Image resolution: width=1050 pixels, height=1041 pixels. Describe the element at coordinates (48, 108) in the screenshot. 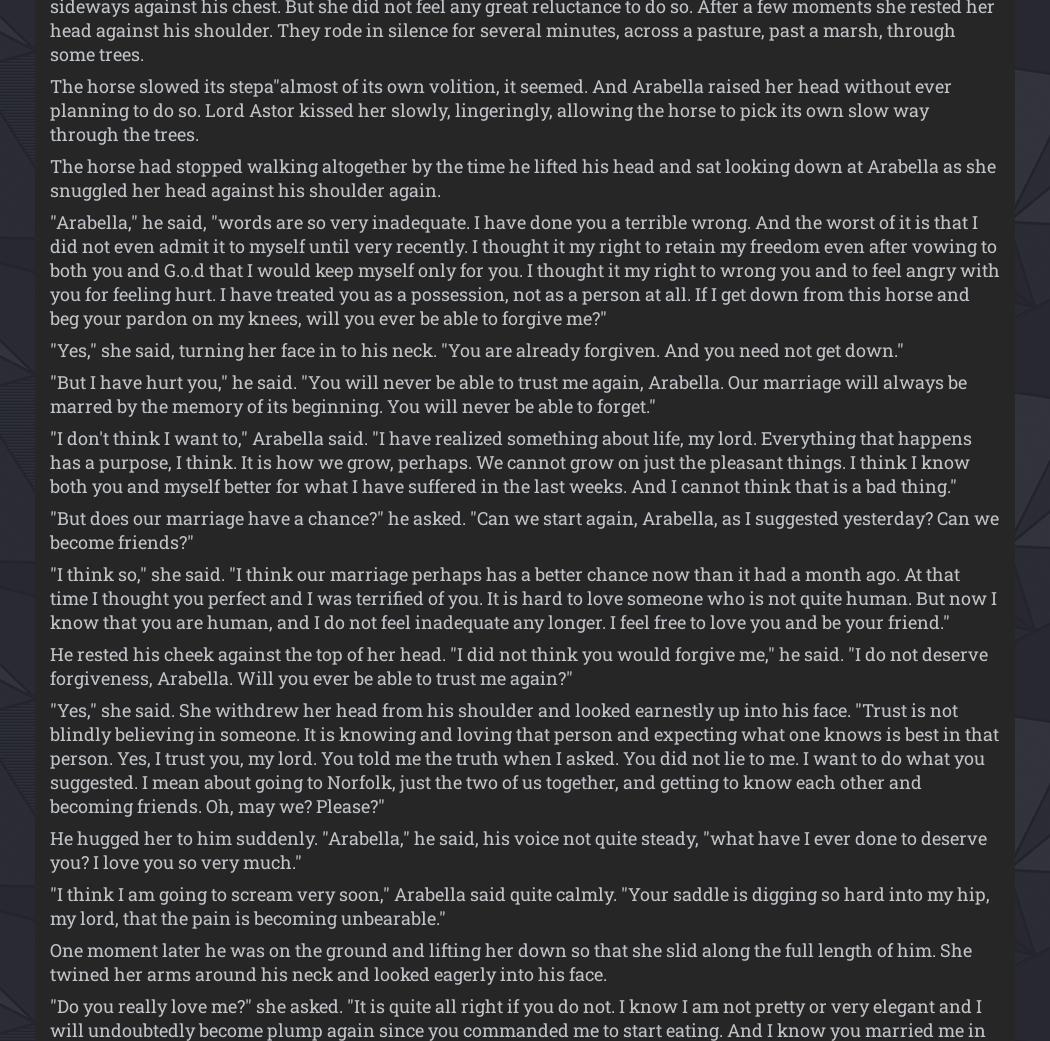

I see `'The horse slowed its stepa"almost of its own volition, it seemed. And Arabella raised her head without ever planning to do so. Lord Astor kissed her slowly, lingeringly, allowing the horse to pick its own slow way through the trees.'` at that location.